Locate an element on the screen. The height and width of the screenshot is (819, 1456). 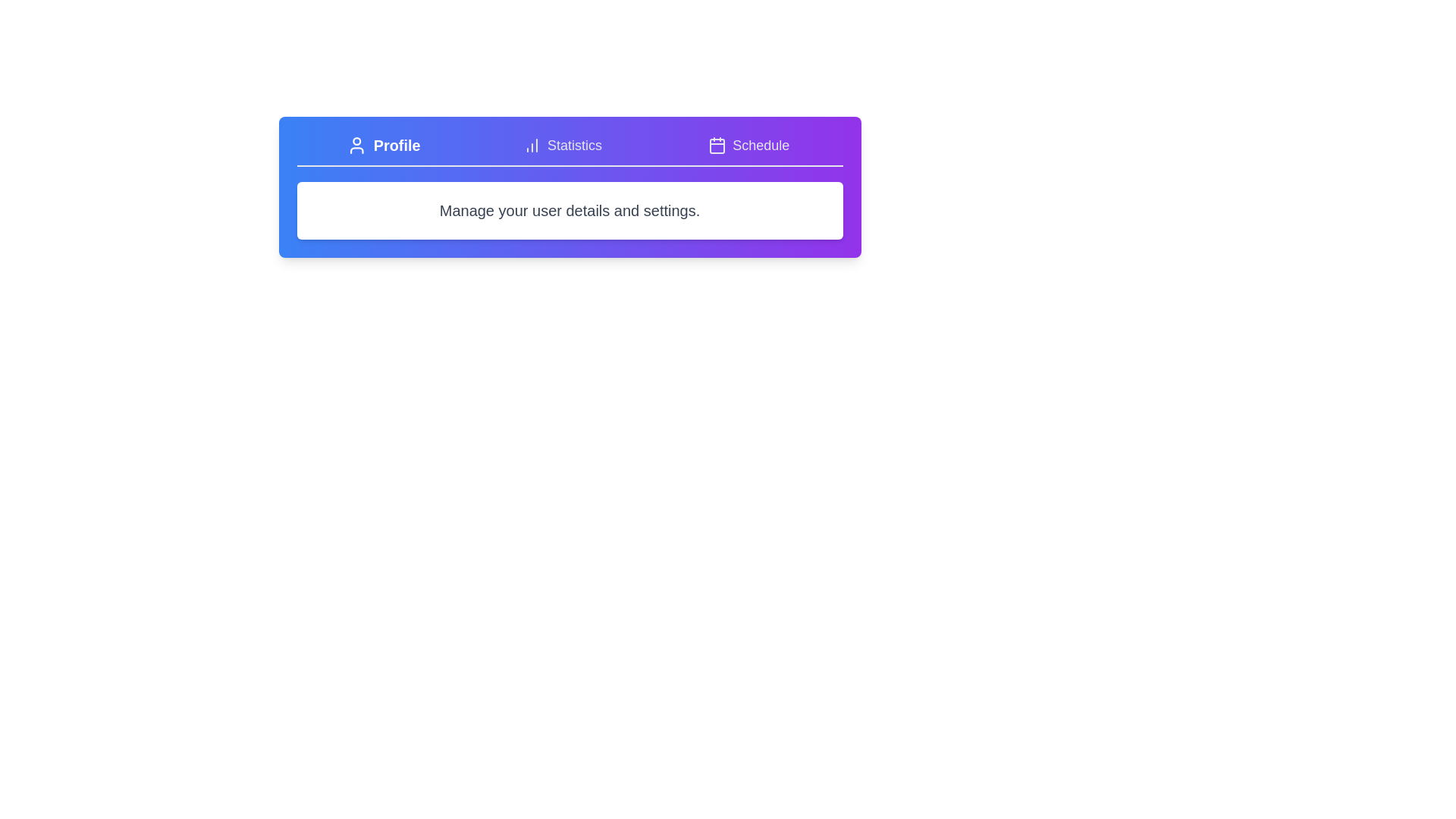
the tab labeled 'Schedule' and observe the displayed content is located at coordinates (748, 146).